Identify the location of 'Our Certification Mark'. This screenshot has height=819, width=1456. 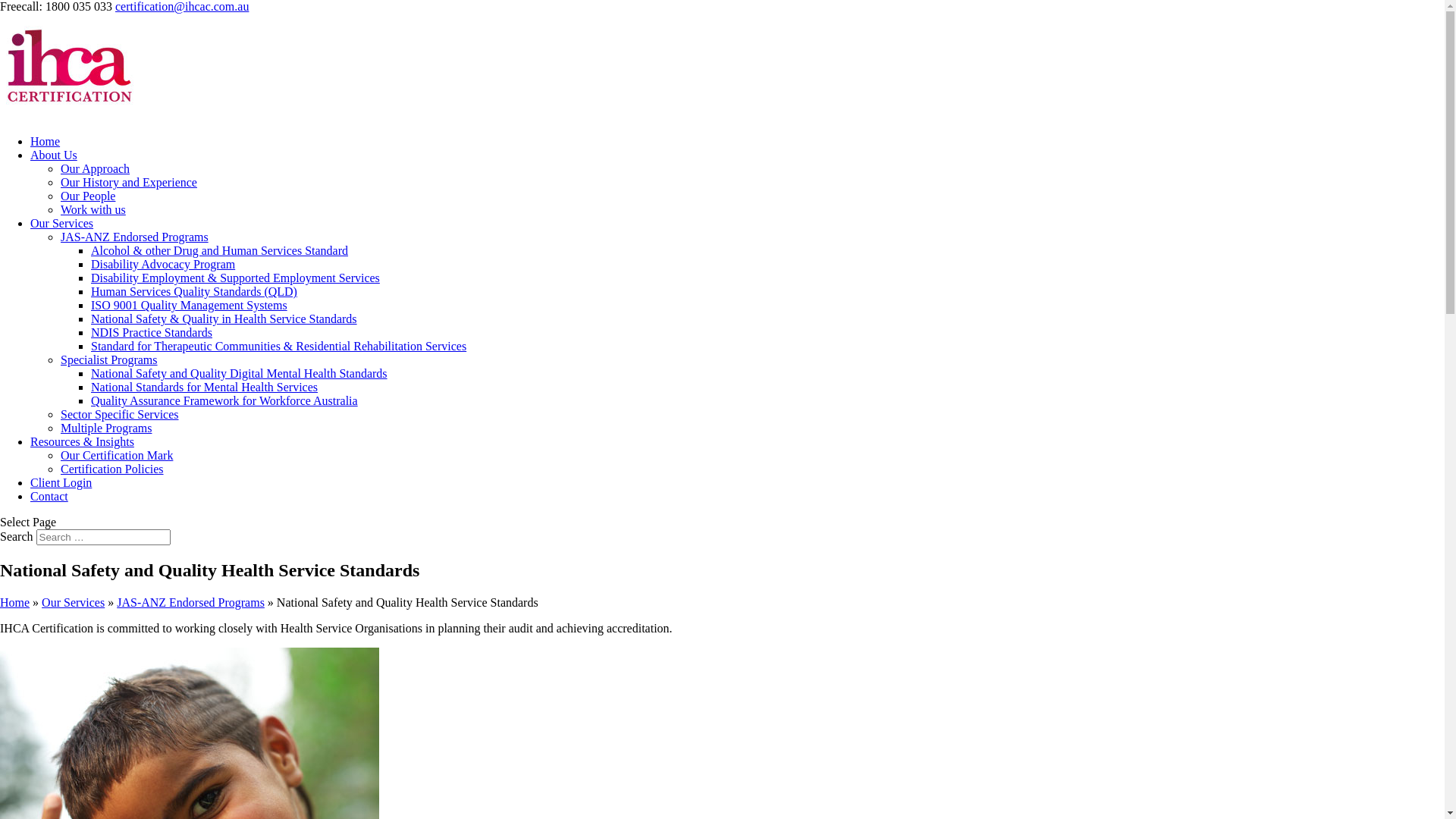
(115, 454).